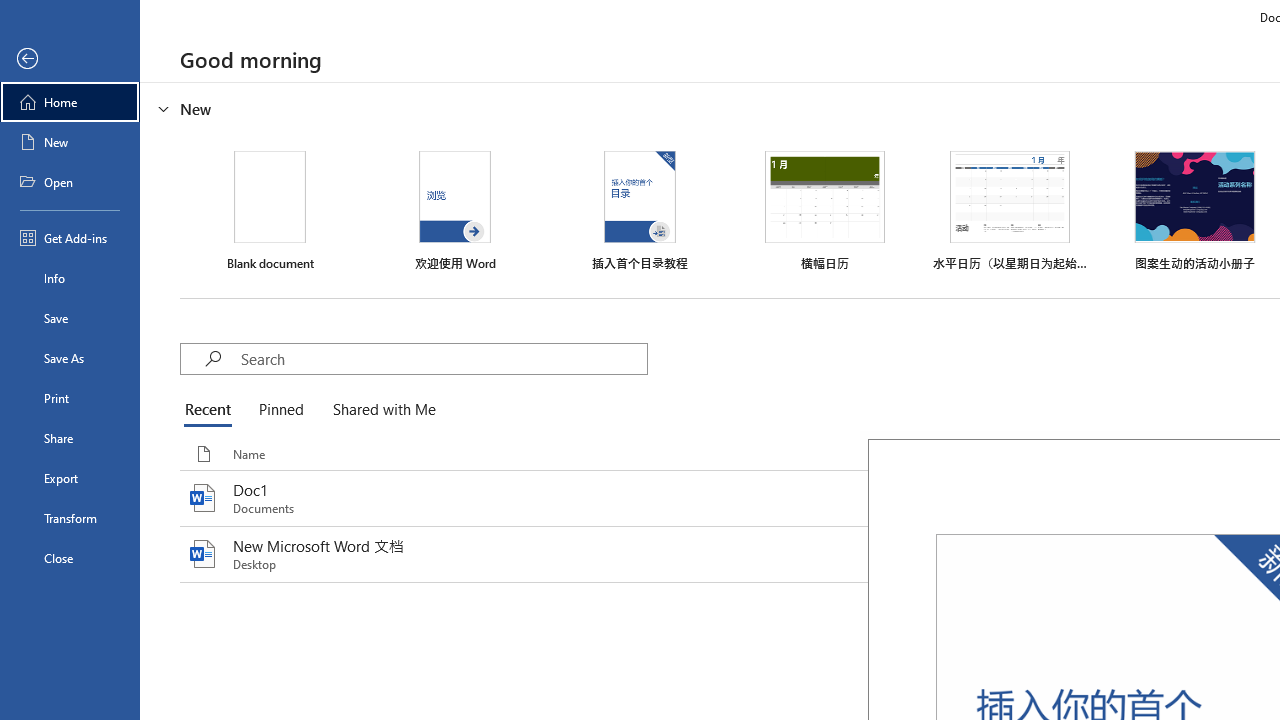 Image resolution: width=1280 pixels, height=720 pixels. I want to click on 'Hide or show region', so click(164, 109).